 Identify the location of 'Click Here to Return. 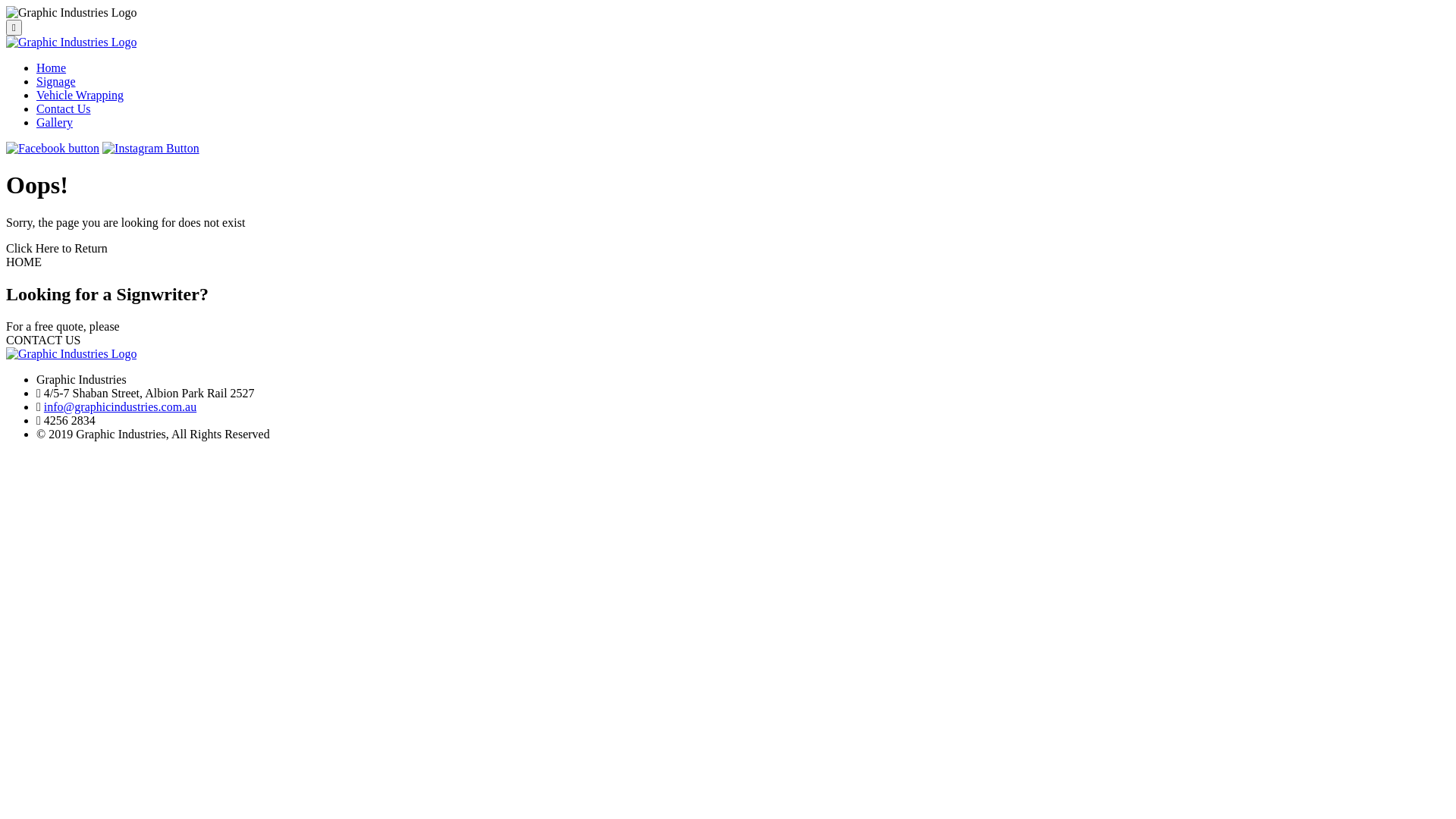
(728, 254).